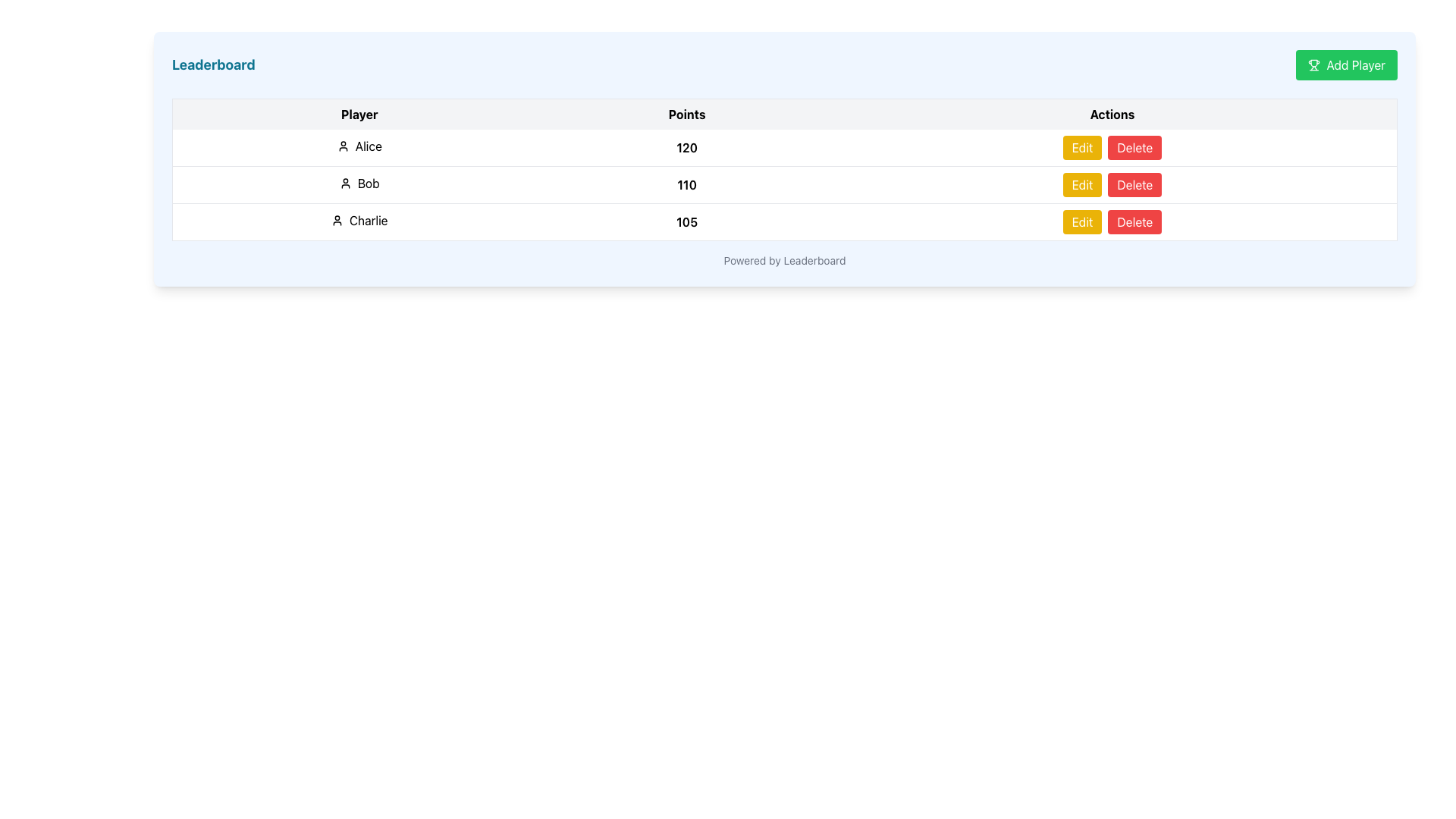  Describe the element at coordinates (359, 220) in the screenshot. I see `the icon associated with the user name 'Charlie' in the leaderboard, located in the third row under the 'Player' column` at that location.